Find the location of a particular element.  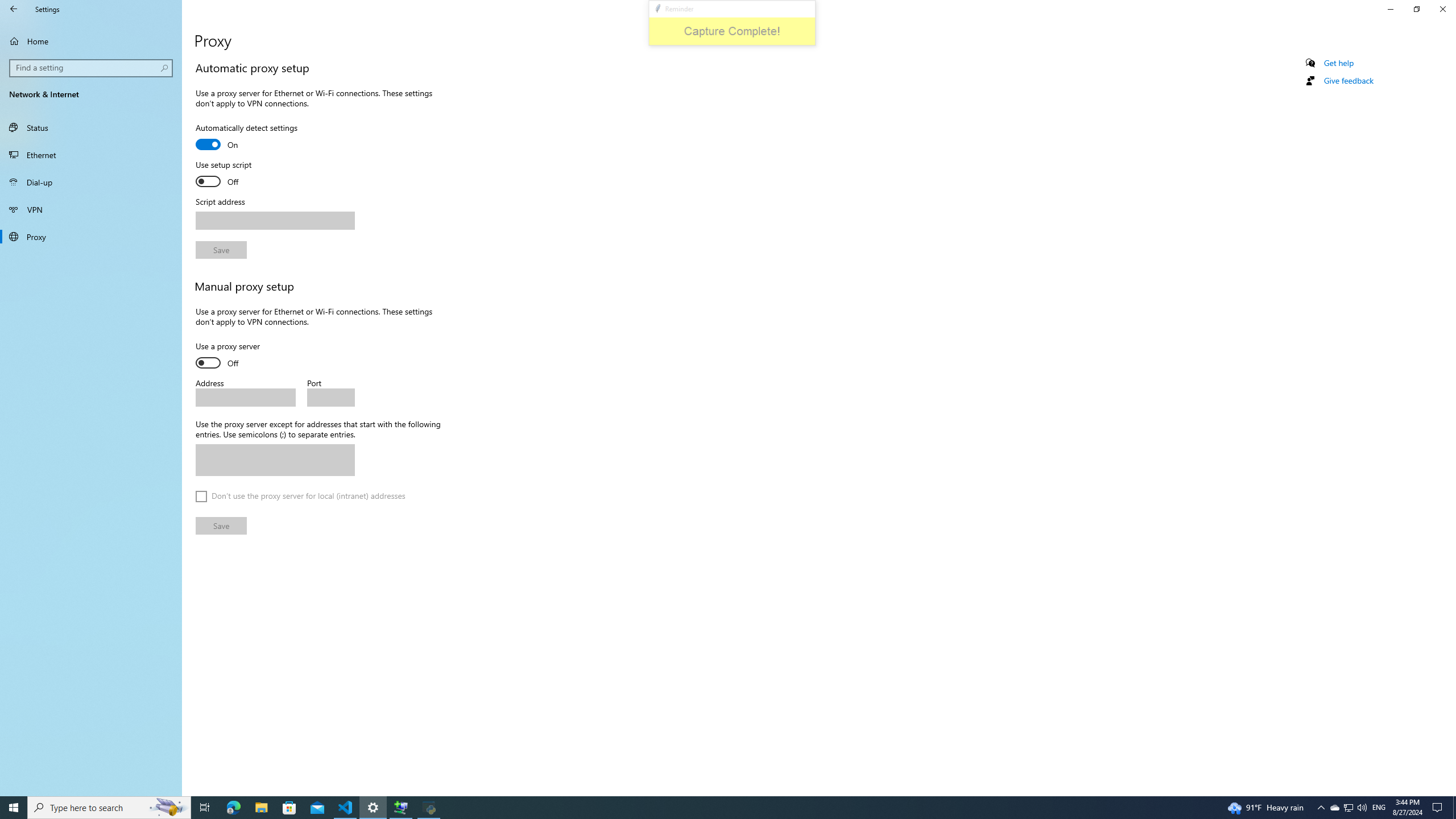

'Ethernet' is located at coordinates (90, 154).